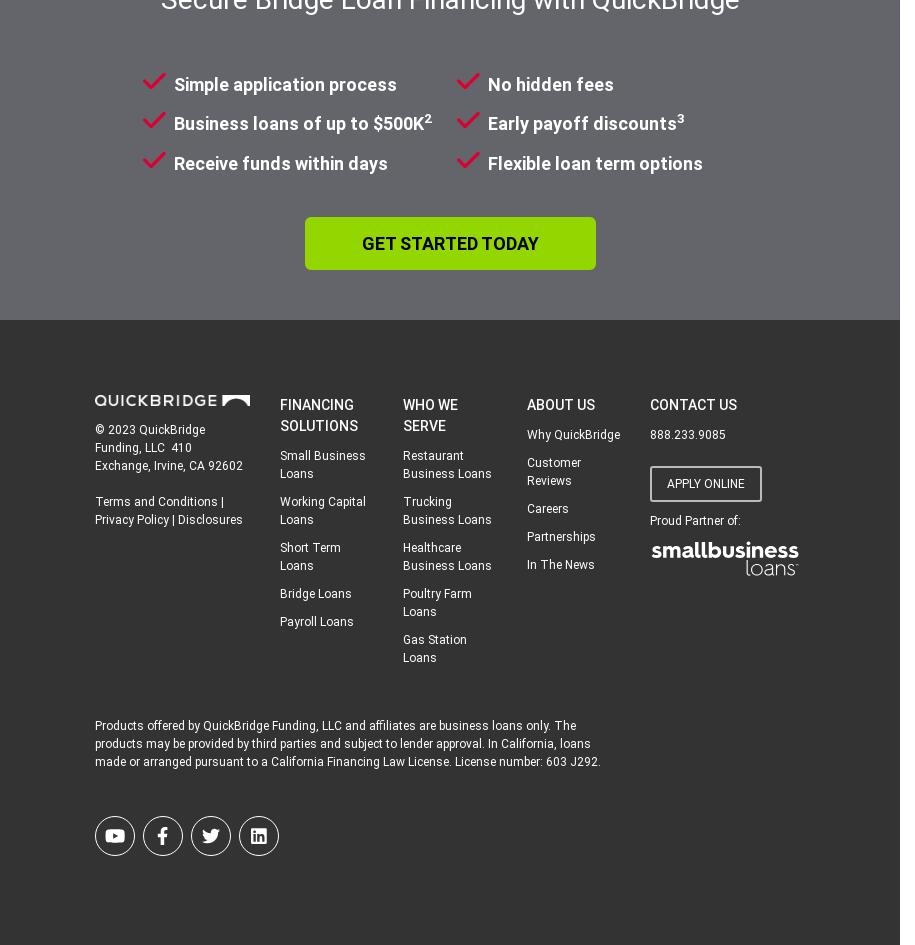 This screenshot has height=945, width=915. Describe the element at coordinates (278, 592) in the screenshot. I see `'Bridge Loans'` at that location.